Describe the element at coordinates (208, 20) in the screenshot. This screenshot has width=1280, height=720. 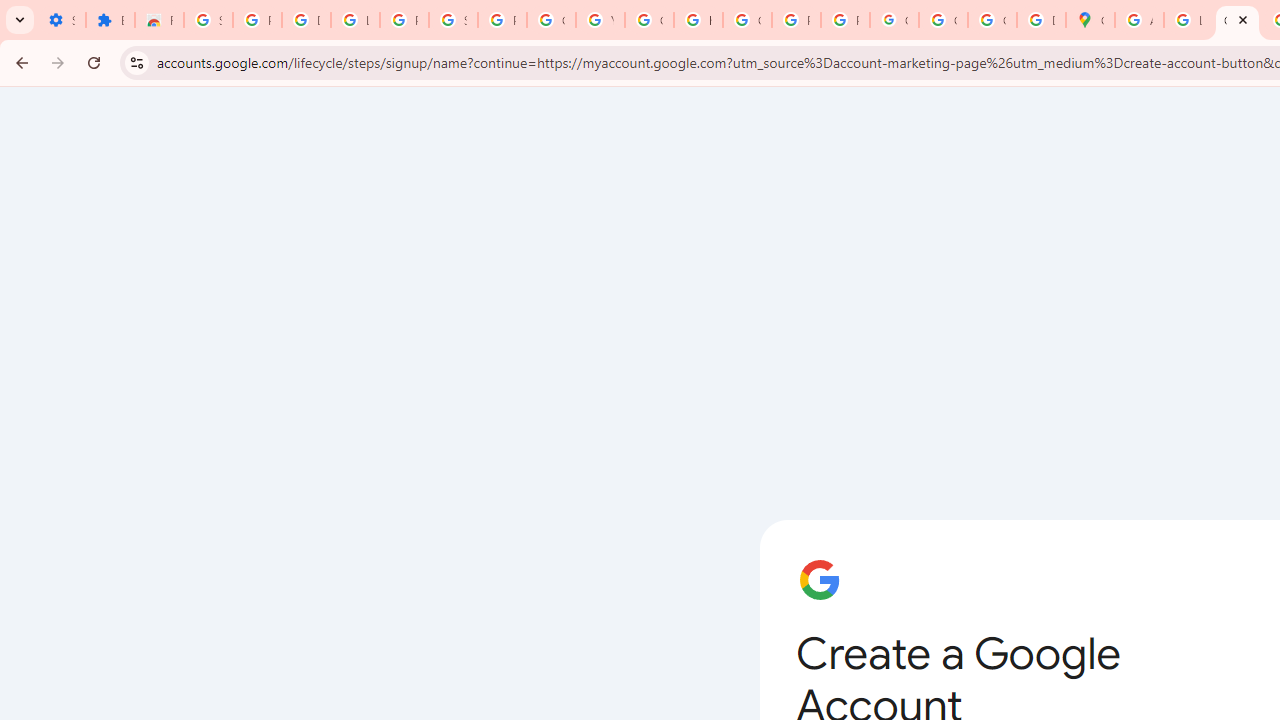
I see `'Sign in - Google Accounts'` at that location.